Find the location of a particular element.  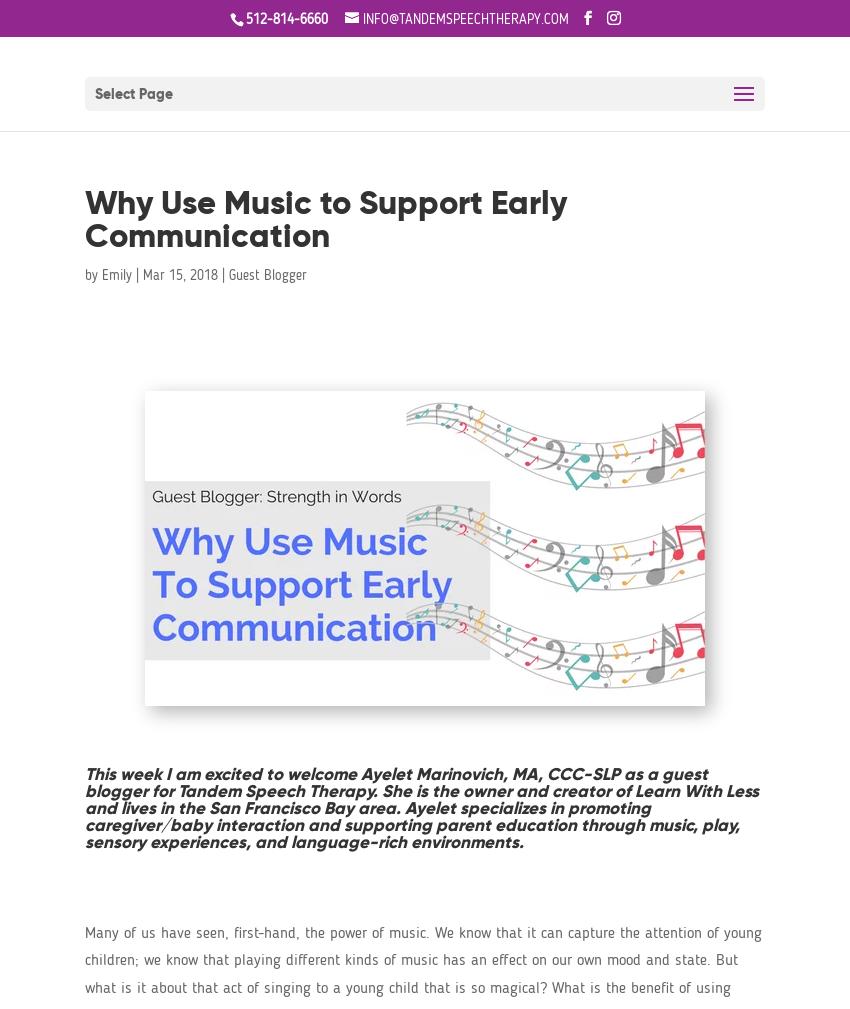

'Select Page' is located at coordinates (94, 93).